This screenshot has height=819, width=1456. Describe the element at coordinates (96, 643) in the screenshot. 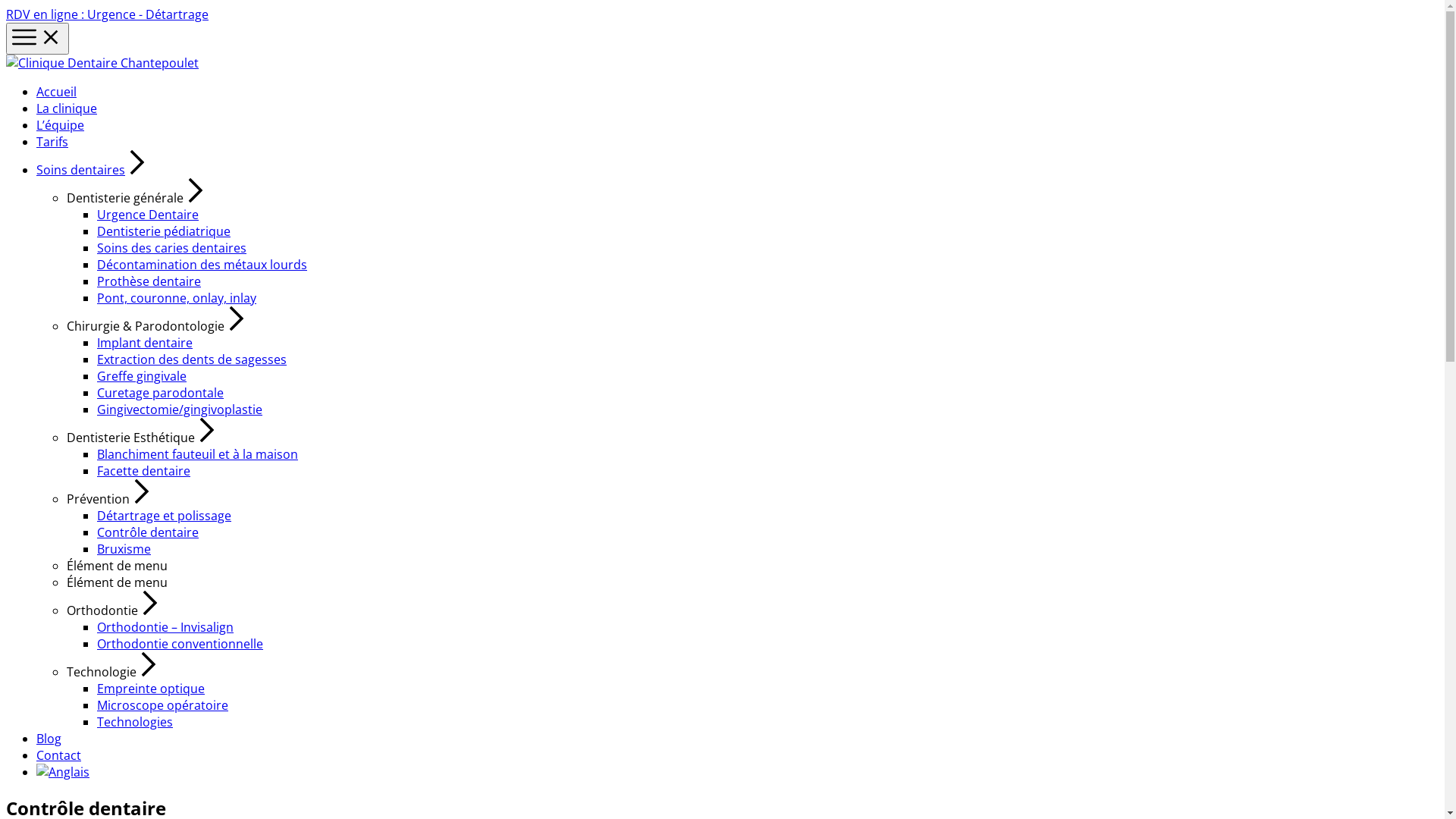

I see `'Orthodontie conventionnelle'` at that location.